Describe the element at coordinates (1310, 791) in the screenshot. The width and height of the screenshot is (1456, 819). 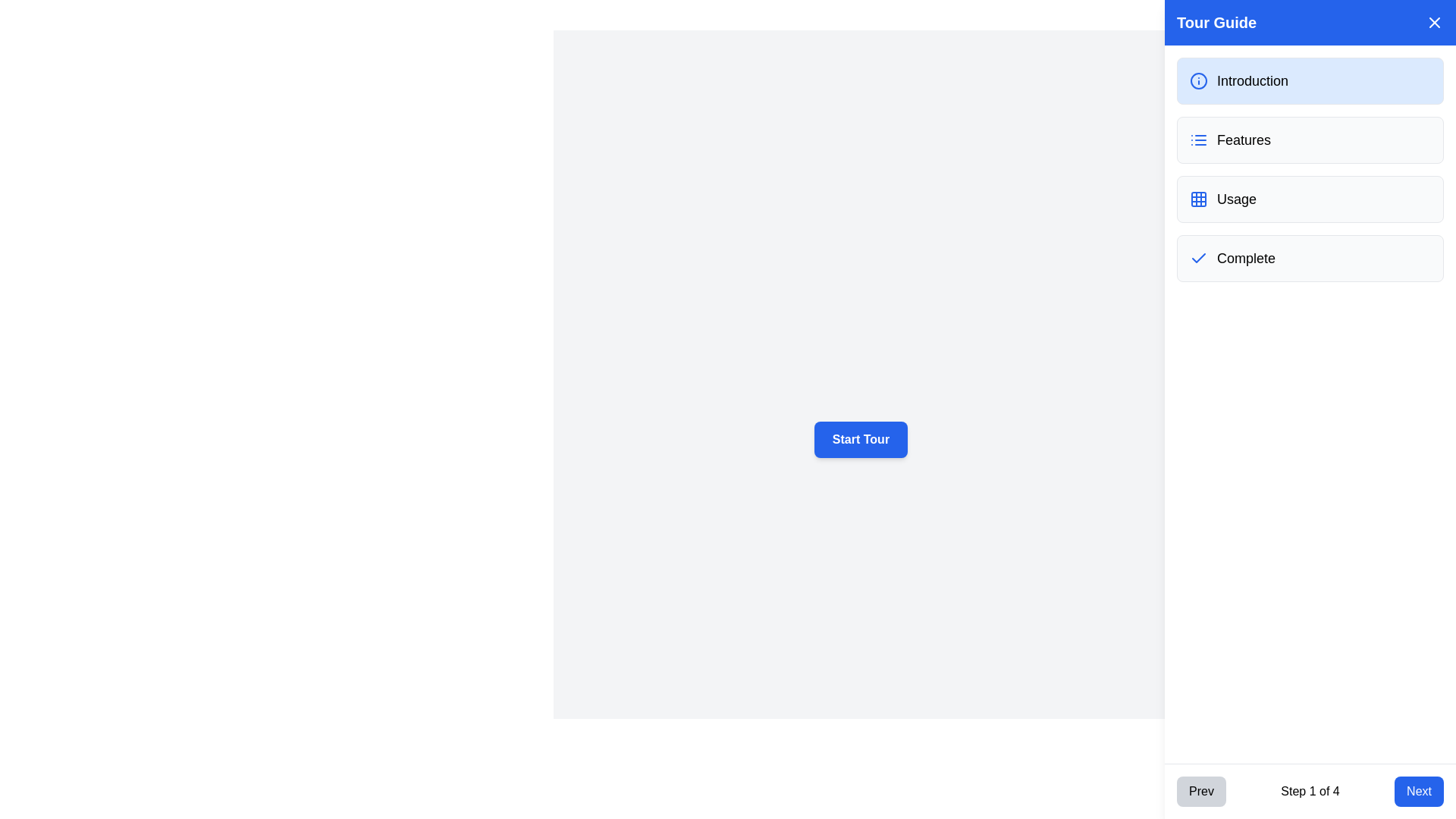
I see `the Text label indicating step progress, which shows that the user is currently on step 1 of a 4-step process` at that location.